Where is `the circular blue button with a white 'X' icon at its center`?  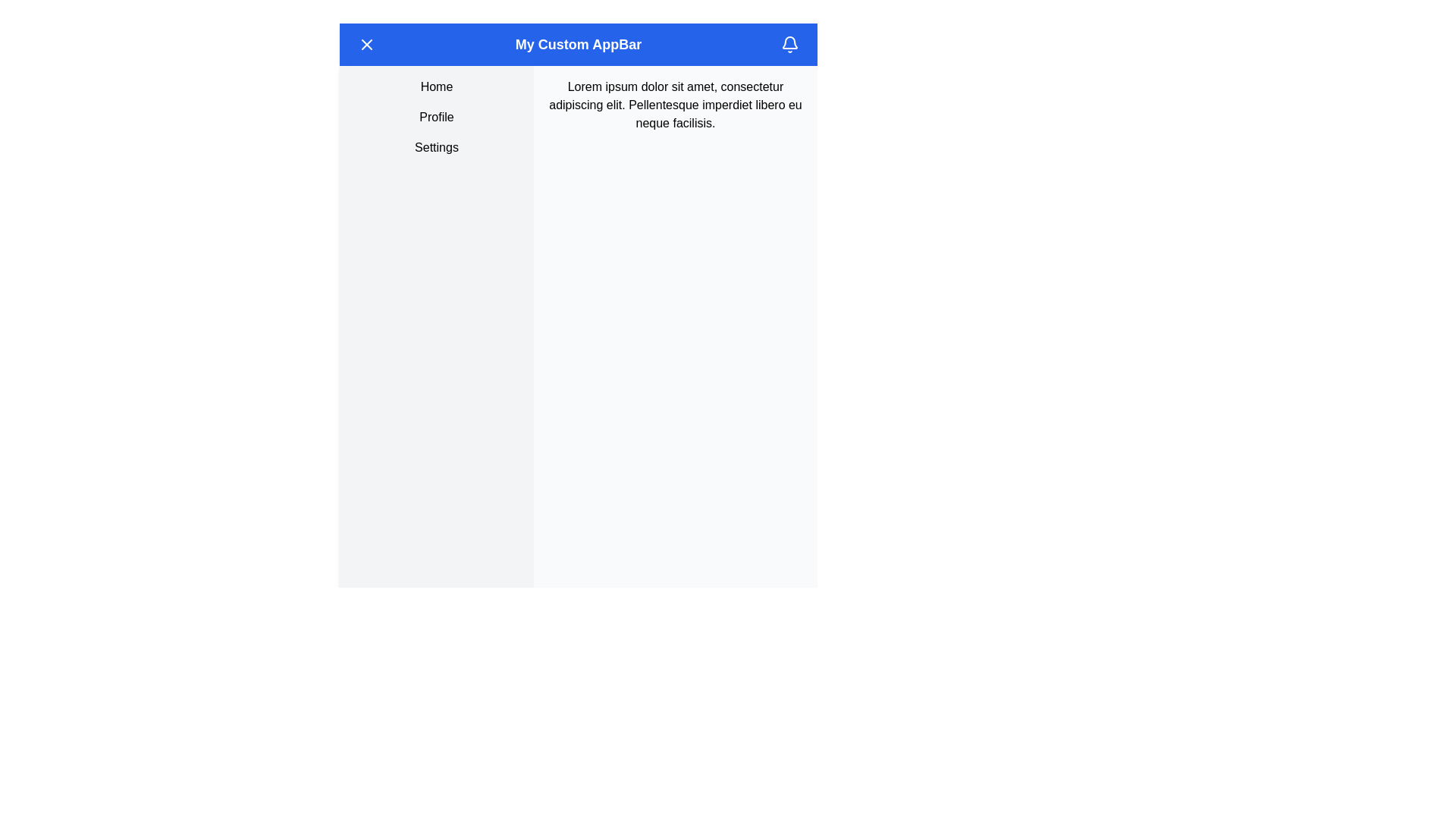
the circular blue button with a white 'X' icon at its center is located at coordinates (367, 43).